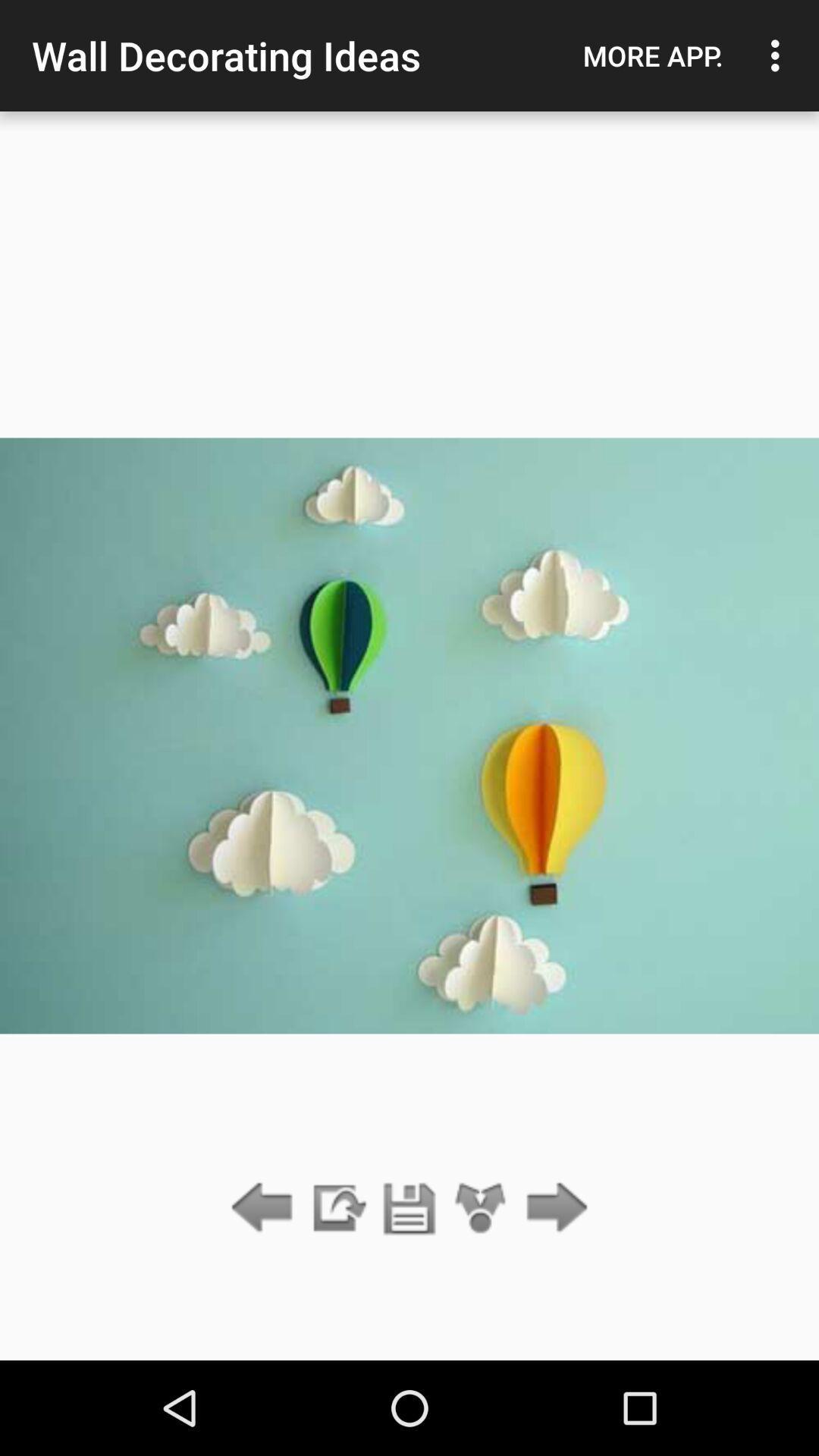  I want to click on the more app., so click(652, 55).